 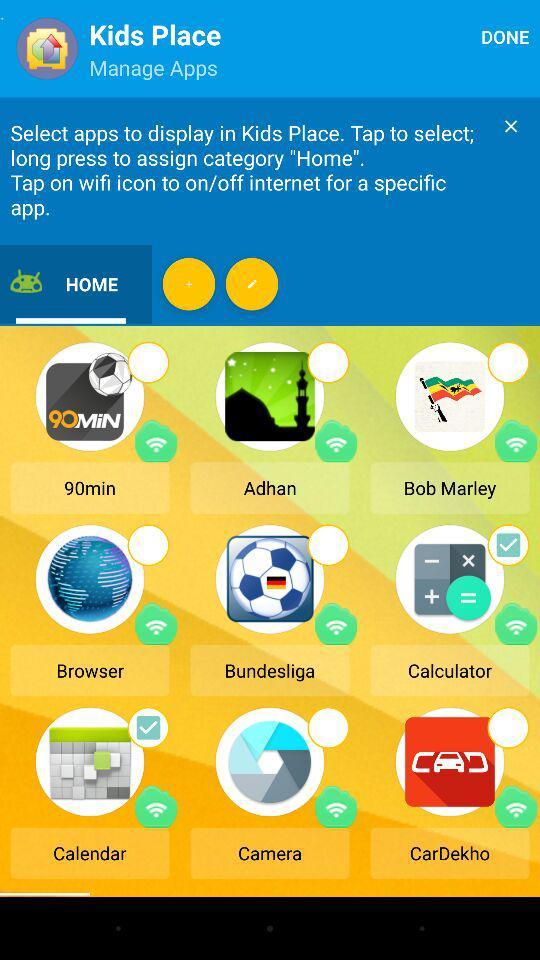 What do you see at coordinates (336, 441) in the screenshot?
I see `turn on or off internet for app` at bounding box center [336, 441].